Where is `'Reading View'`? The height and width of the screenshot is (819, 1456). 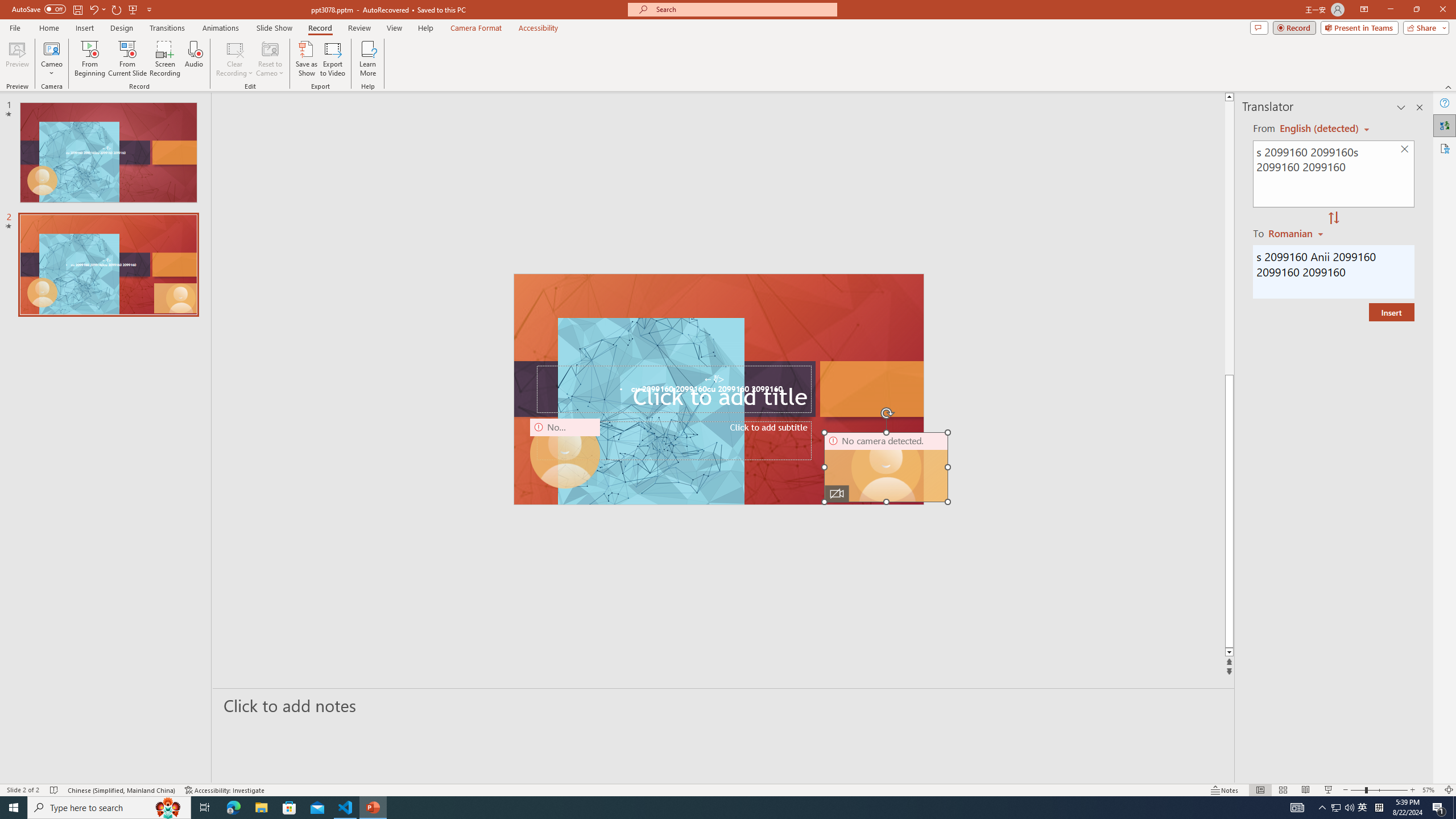 'Reading View' is located at coordinates (1305, 790).